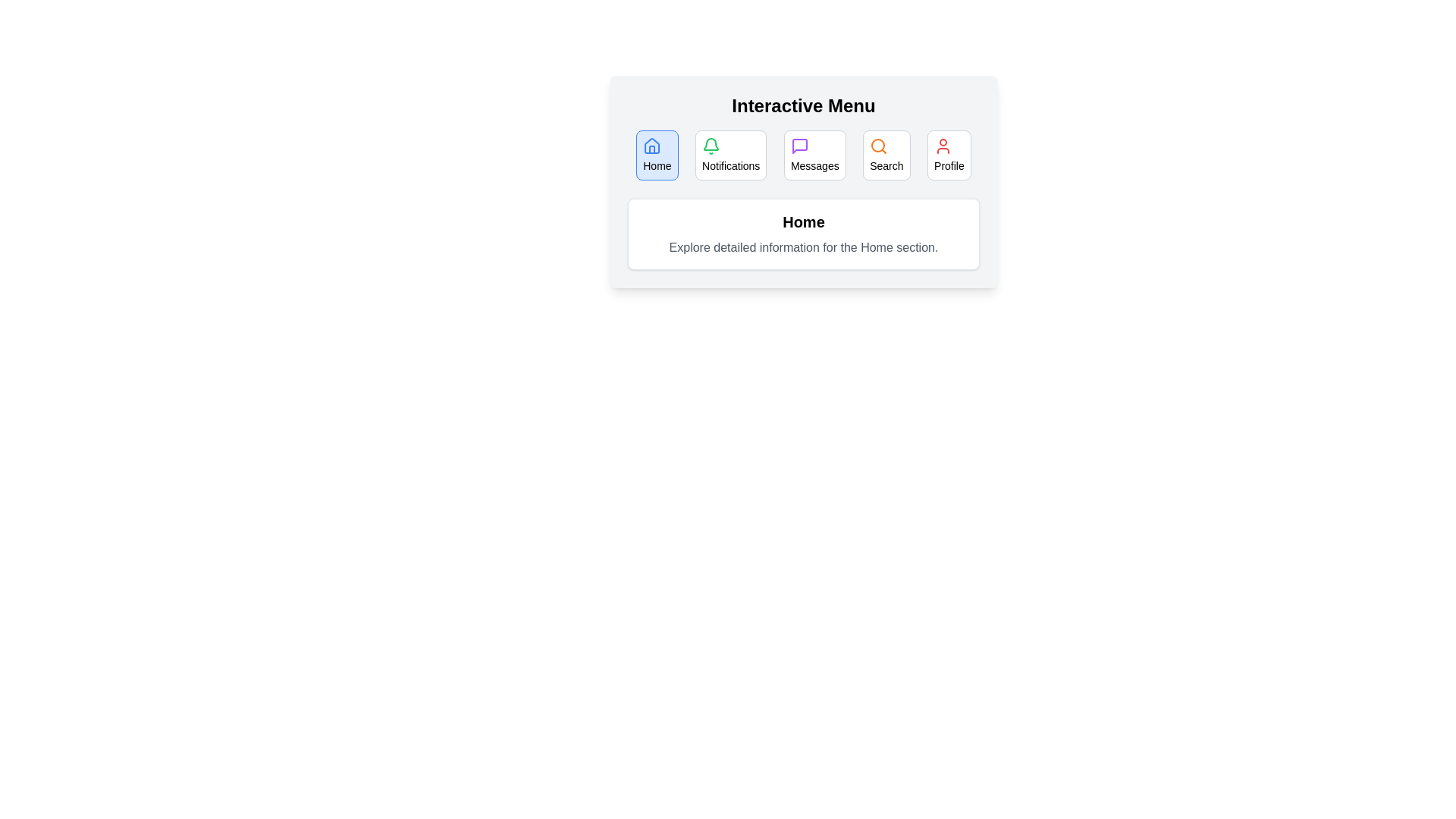 This screenshot has height=819, width=1456. I want to click on the 'Messages' button icon in the middle of the interactive menu, so click(799, 146).